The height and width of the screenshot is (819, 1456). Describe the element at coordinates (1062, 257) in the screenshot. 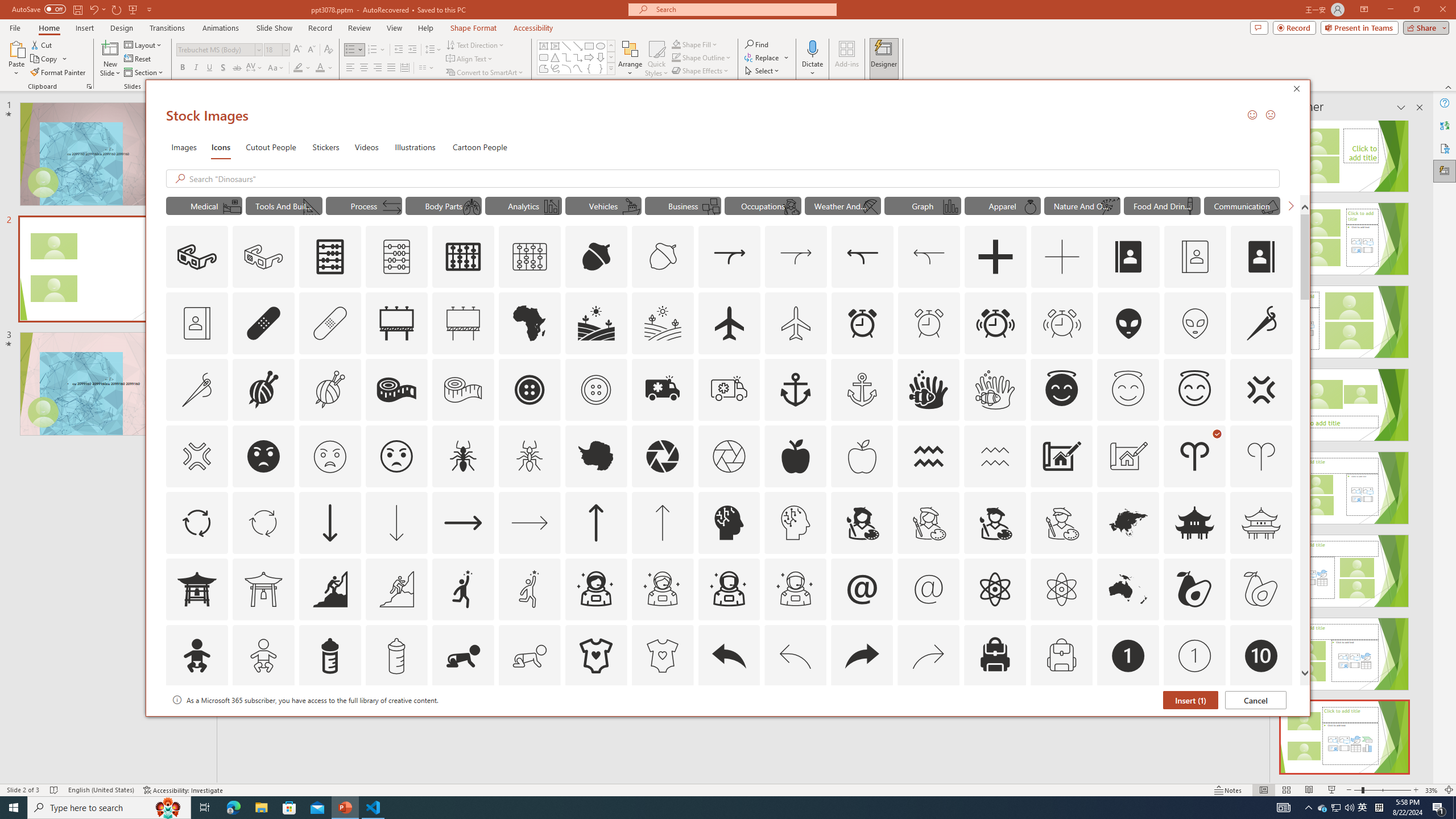

I see `'AutomationID: Icons_Add_M'` at that location.